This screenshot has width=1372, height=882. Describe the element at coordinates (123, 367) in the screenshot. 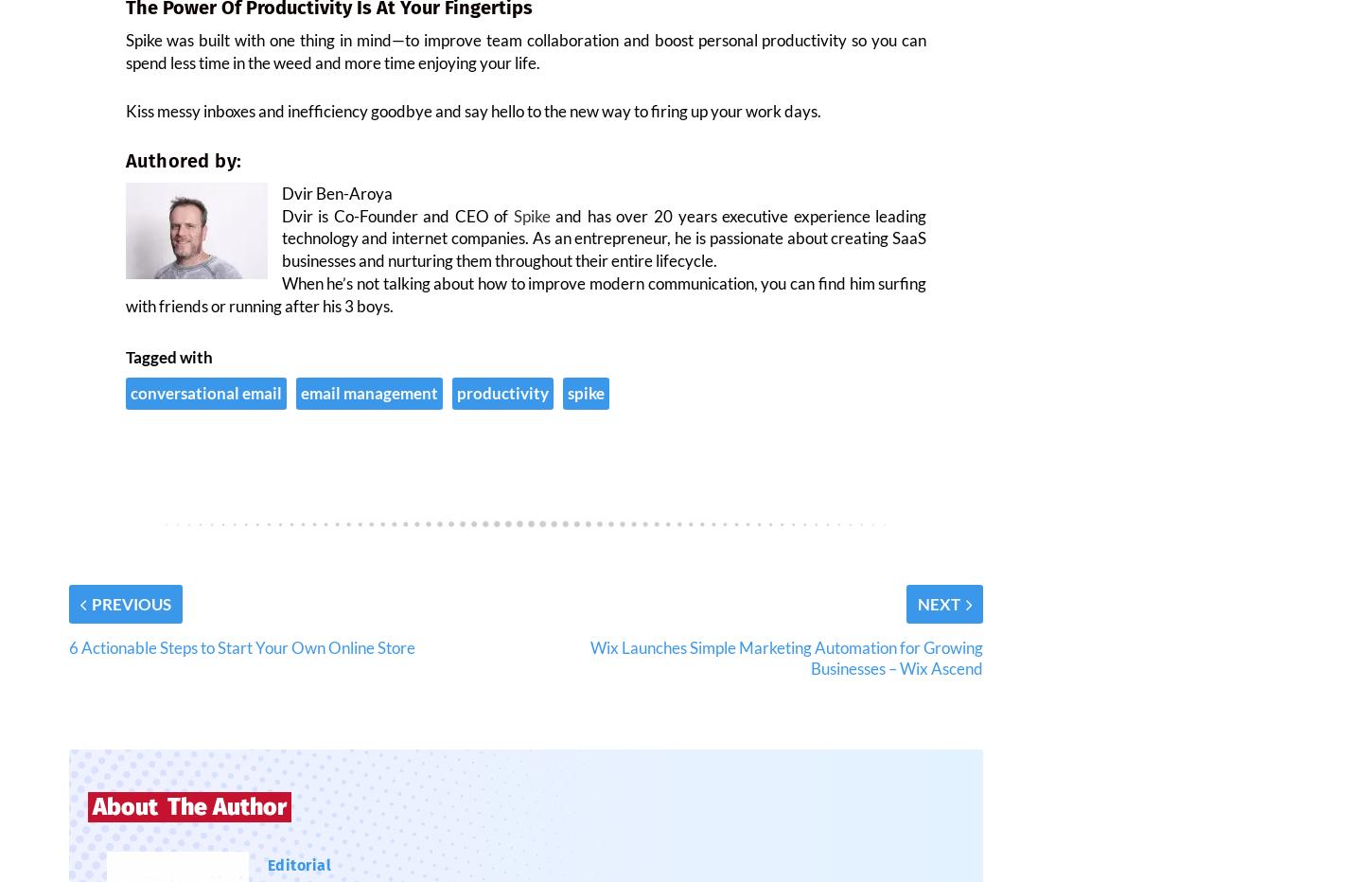

I see `'Tagged with'` at that location.